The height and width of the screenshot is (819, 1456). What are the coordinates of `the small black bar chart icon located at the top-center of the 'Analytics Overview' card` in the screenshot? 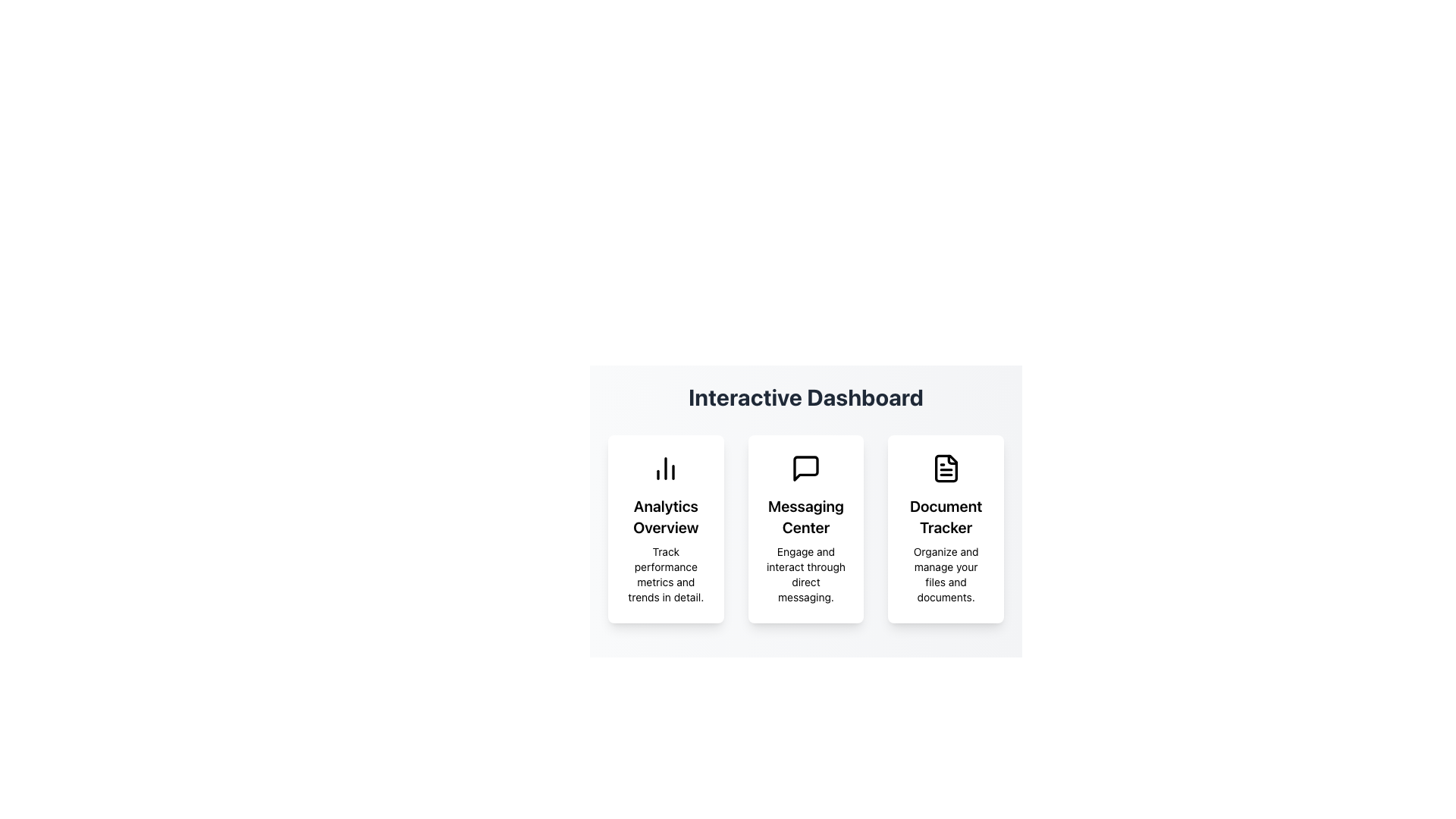 It's located at (666, 467).